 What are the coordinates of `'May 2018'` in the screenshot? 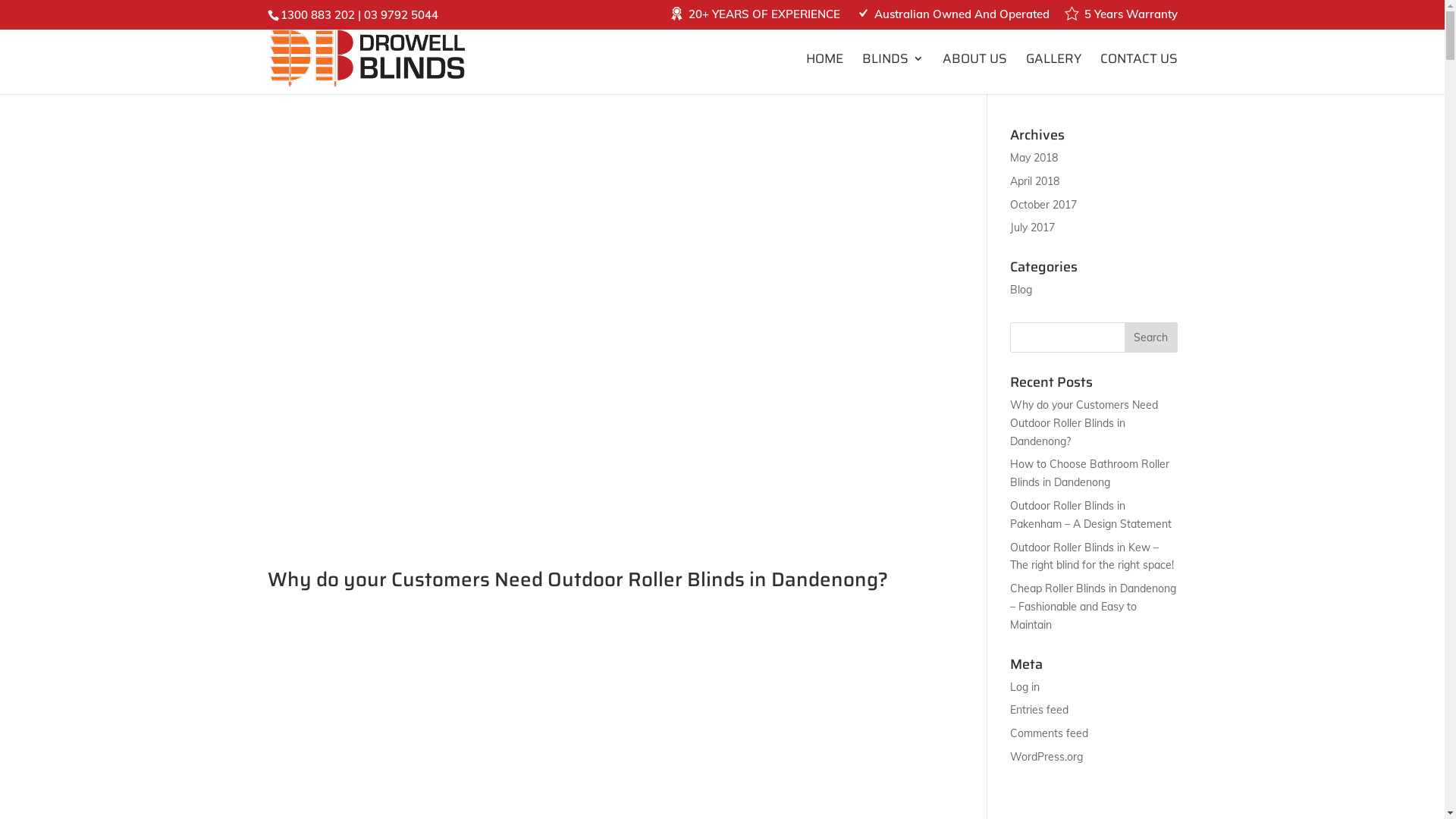 It's located at (1033, 158).